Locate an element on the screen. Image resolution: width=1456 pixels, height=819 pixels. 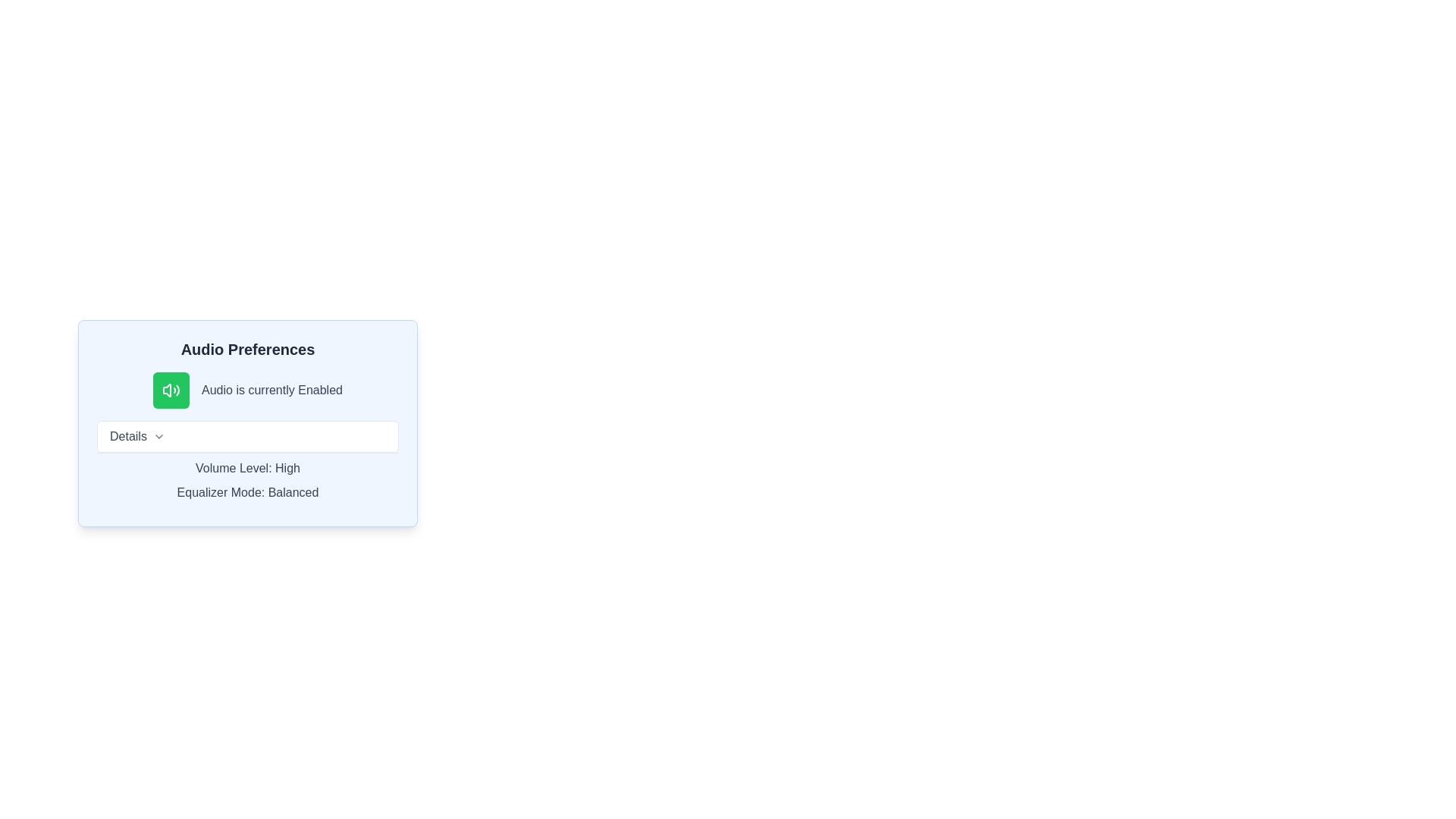
the green audio control button with a white speaker icon located to the left of the 'Audio is currently Enabled' text in the 'Audio Preferences' module is located at coordinates (171, 390).